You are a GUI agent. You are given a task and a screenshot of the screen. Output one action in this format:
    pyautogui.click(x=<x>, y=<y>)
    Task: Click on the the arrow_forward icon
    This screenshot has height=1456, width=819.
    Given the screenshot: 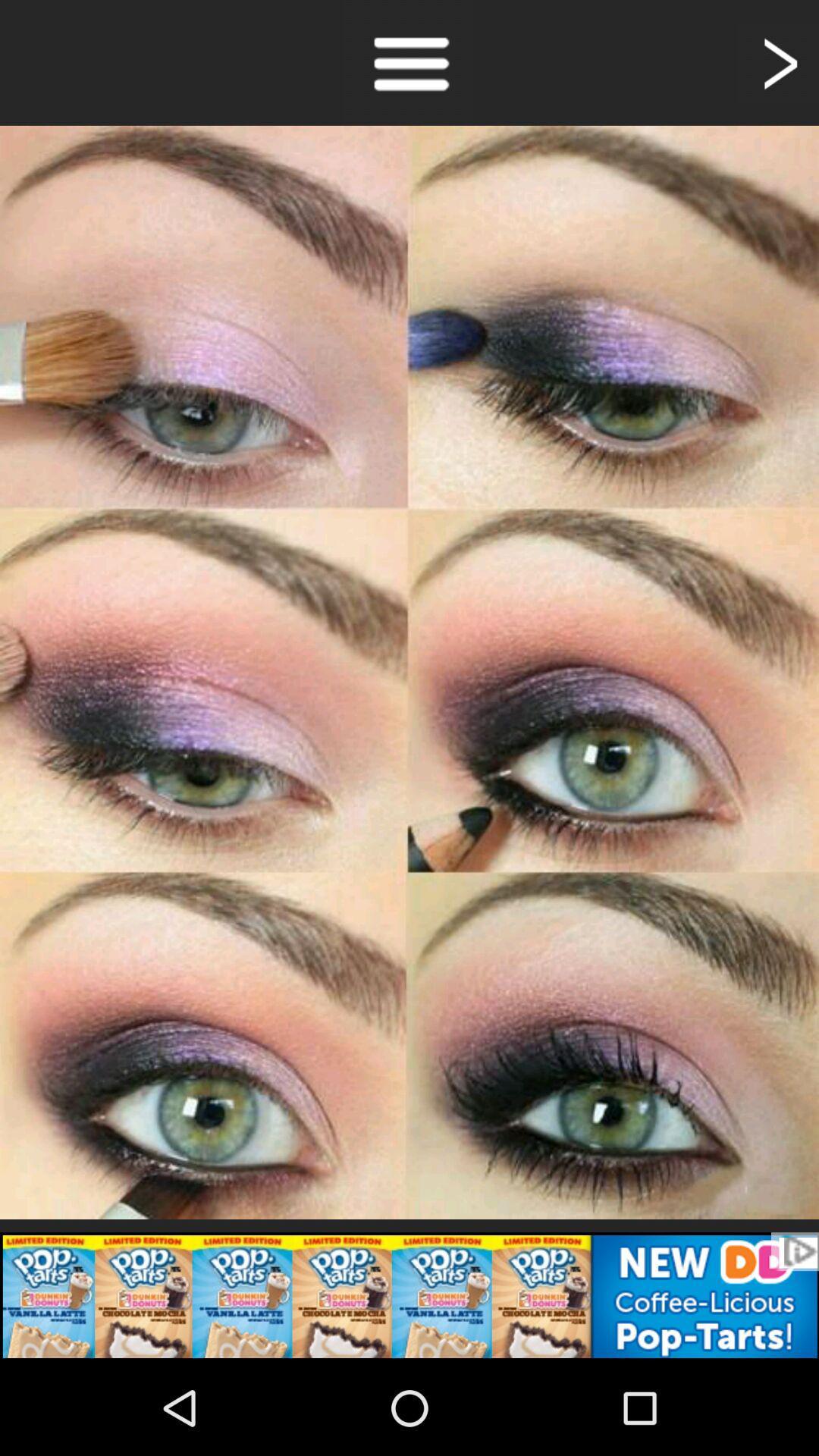 What is the action you would take?
    pyautogui.click(x=778, y=66)
    